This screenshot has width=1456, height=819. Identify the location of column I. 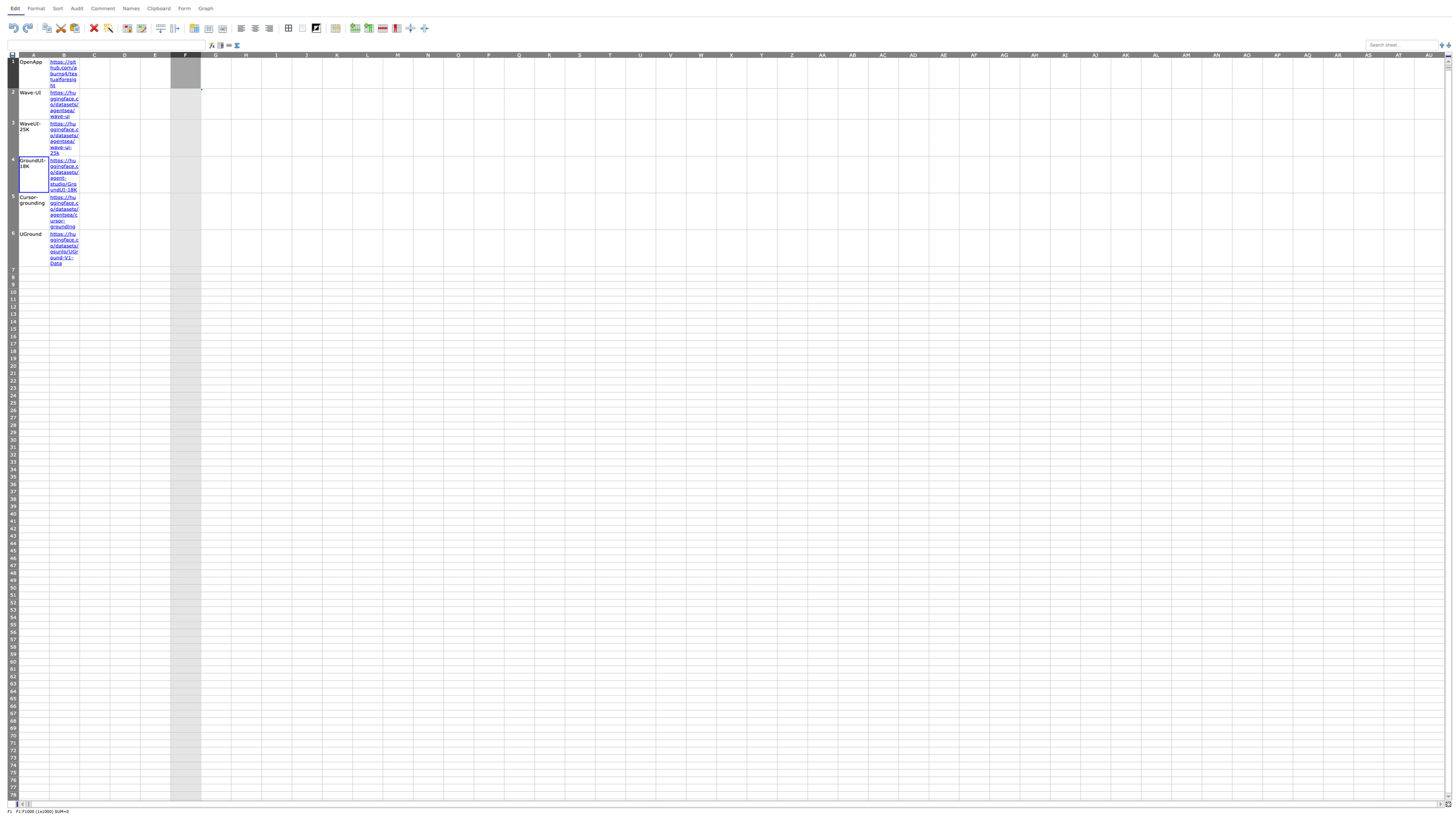
(276, 54).